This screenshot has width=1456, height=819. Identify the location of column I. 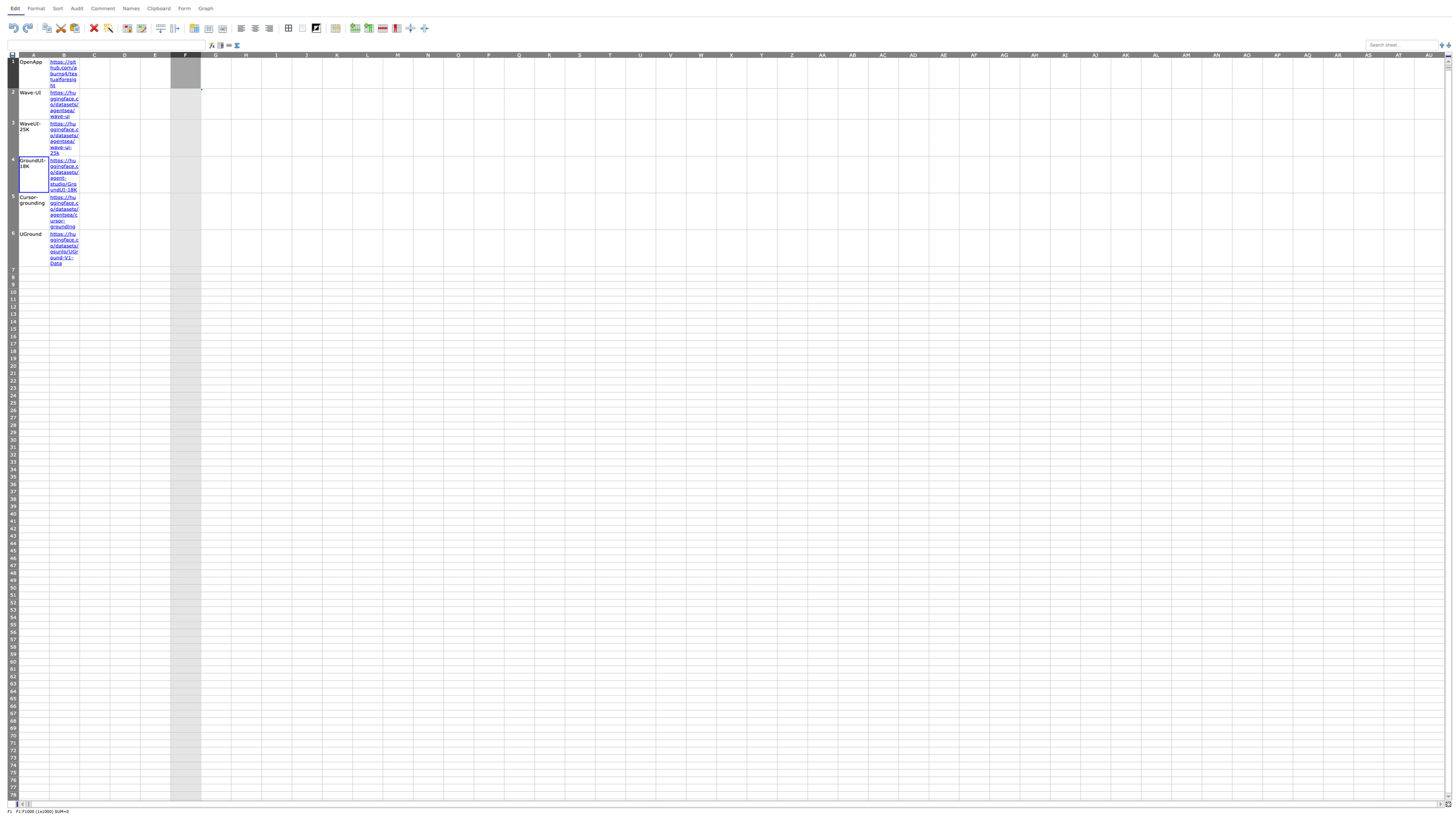
(276, 54).